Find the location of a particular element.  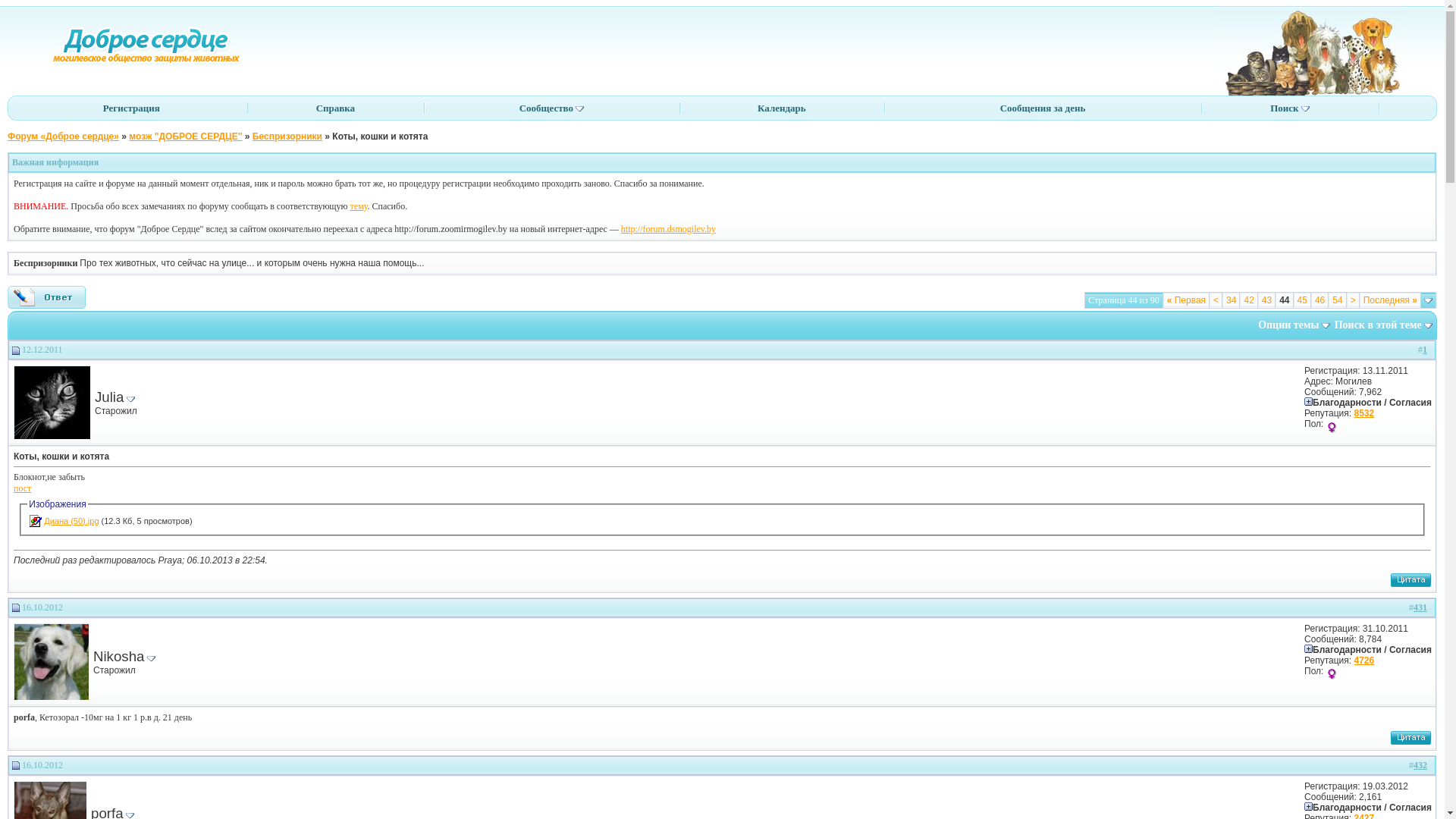

'43' is located at coordinates (1266, 300).